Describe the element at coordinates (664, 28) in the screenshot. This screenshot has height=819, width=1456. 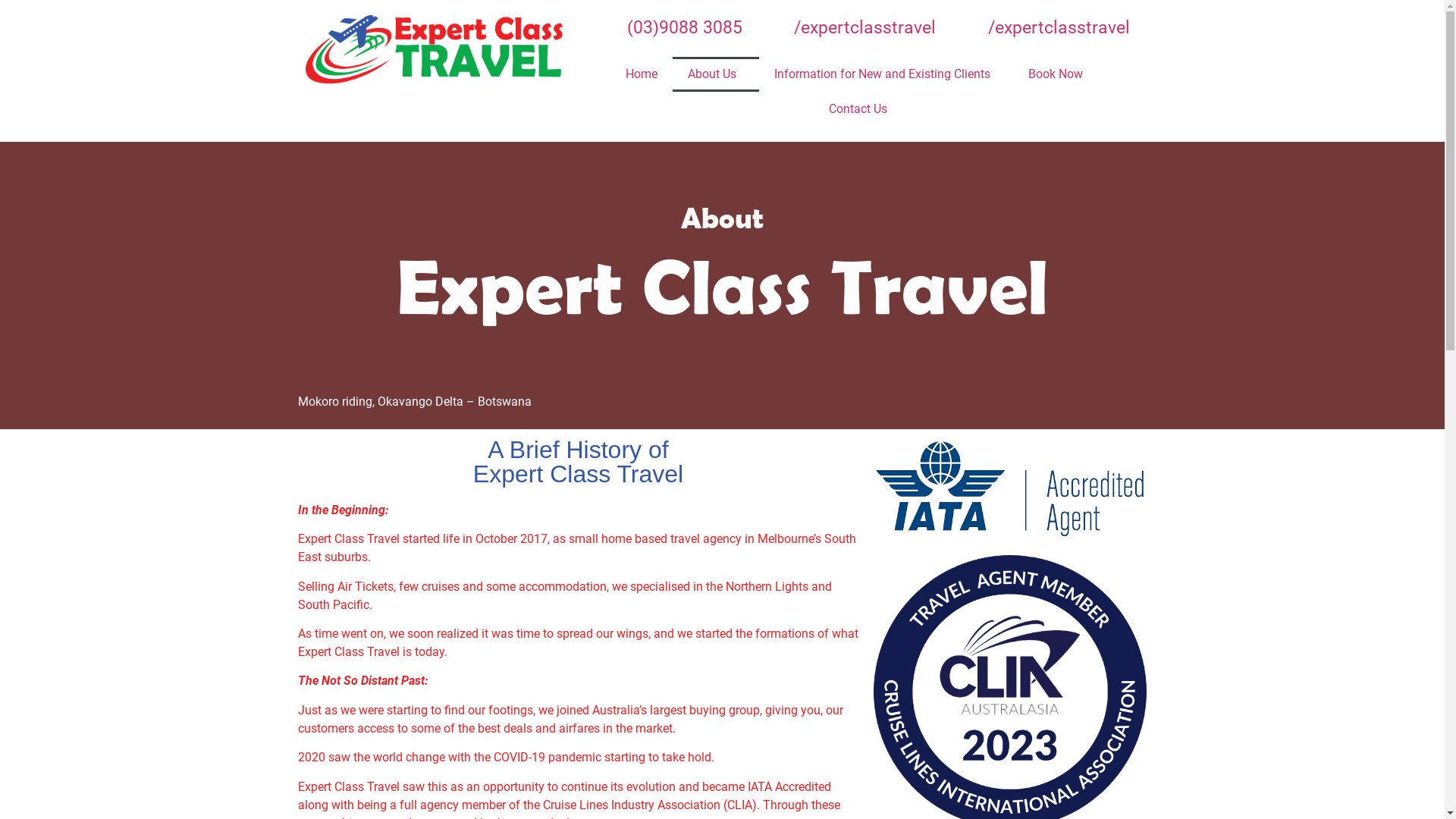
I see `'(03)9088 3085'` at that location.